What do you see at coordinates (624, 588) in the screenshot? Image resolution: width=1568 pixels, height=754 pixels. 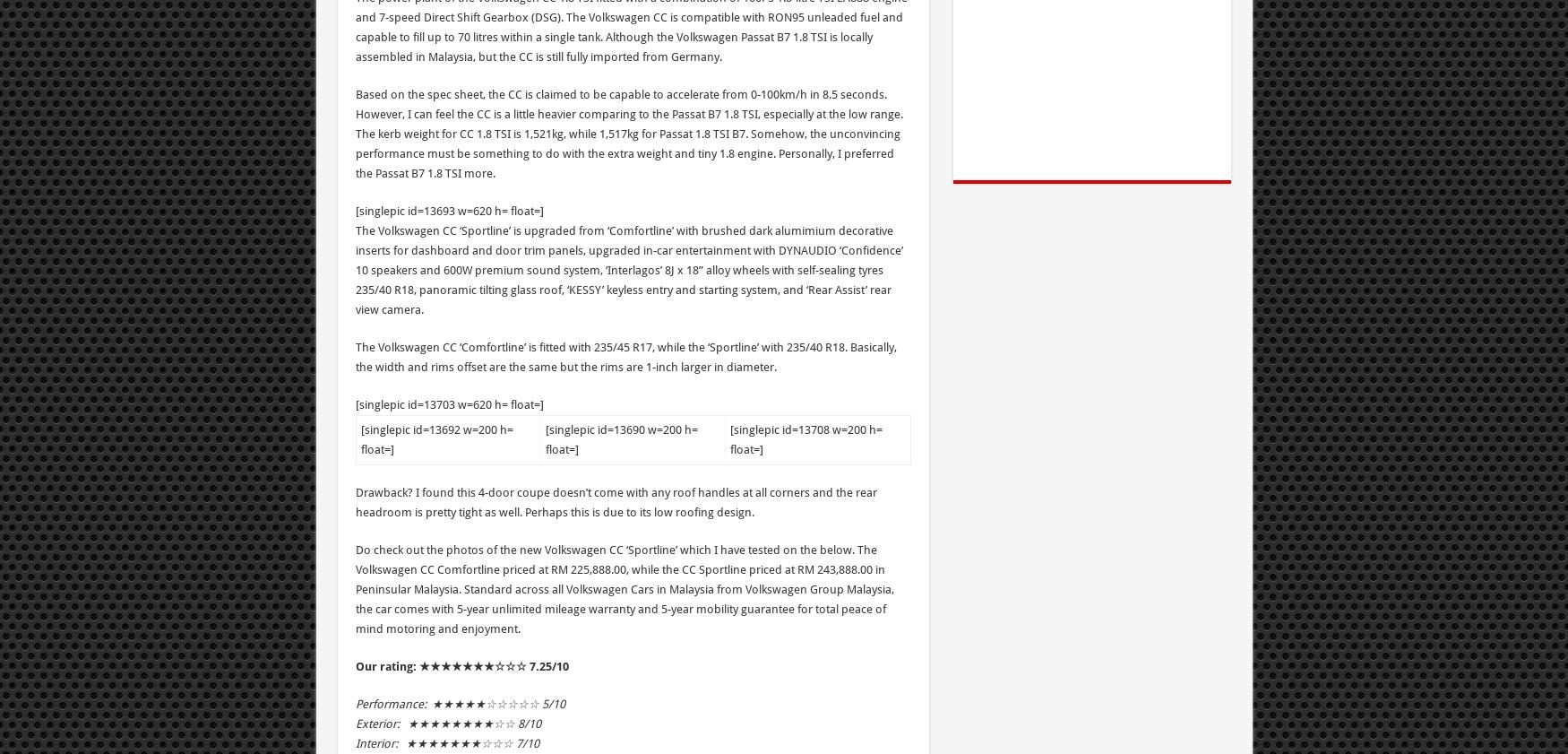 I see `'Do check out the photos of the new Volkswagen CC ‘Sportline’ which I have tested on the below. The Volkswagen CC Comfortline priced at RM 225,888.00, while the CC Sportline priced at RM 243,888.00 in Peninsular Malaysia. Standard across all Volkswagen Cars in Malaysia from Volkswagen Group Malaysia, the car comes with 5-year unlimited mileage warranty and 5-year mobility guarantee for total peace of mind motoring and enjoyment.'` at bounding box center [624, 588].